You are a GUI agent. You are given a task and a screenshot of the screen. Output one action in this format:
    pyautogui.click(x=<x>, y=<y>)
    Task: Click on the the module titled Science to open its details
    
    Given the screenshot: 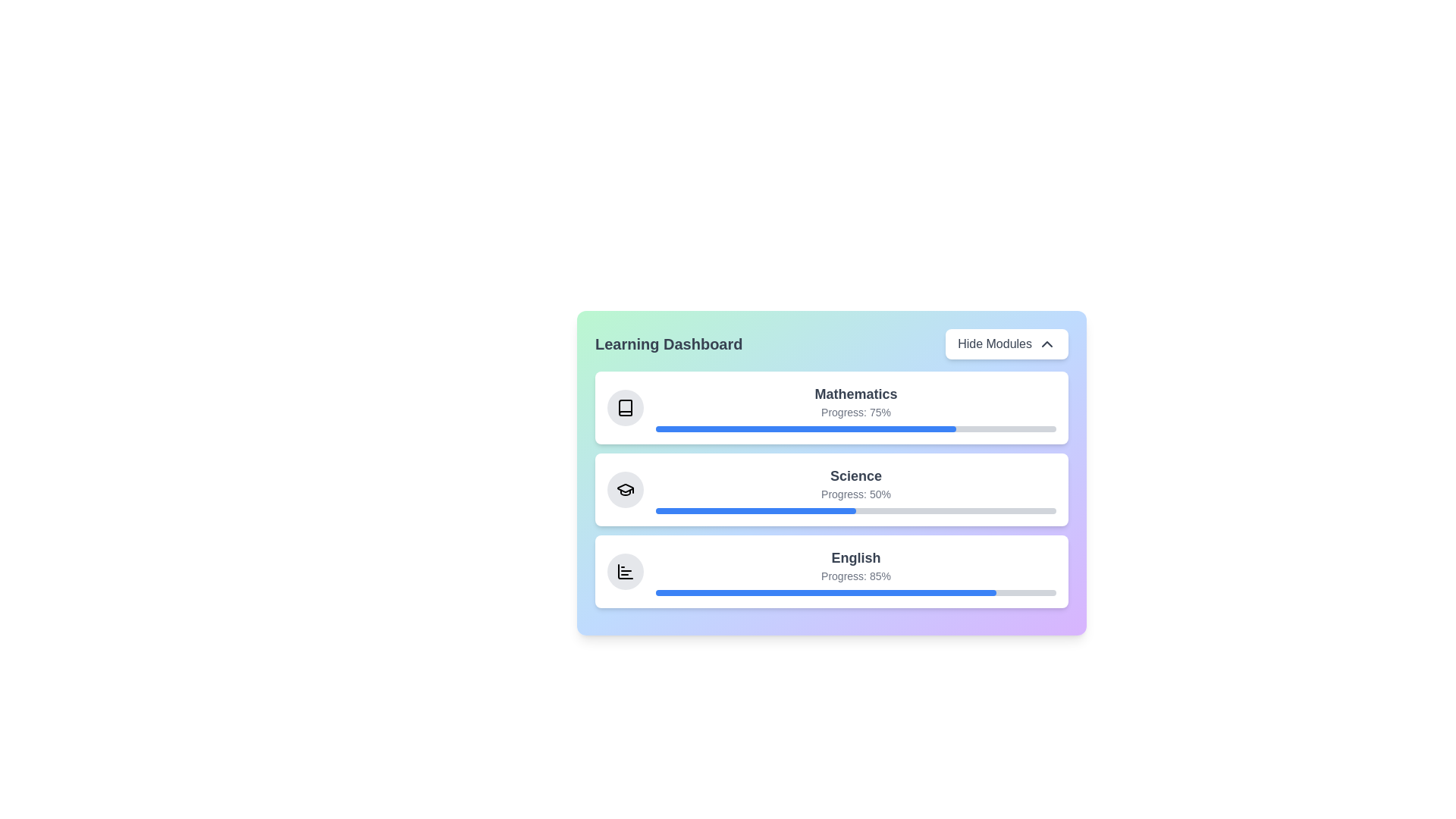 What is the action you would take?
    pyautogui.click(x=831, y=489)
    